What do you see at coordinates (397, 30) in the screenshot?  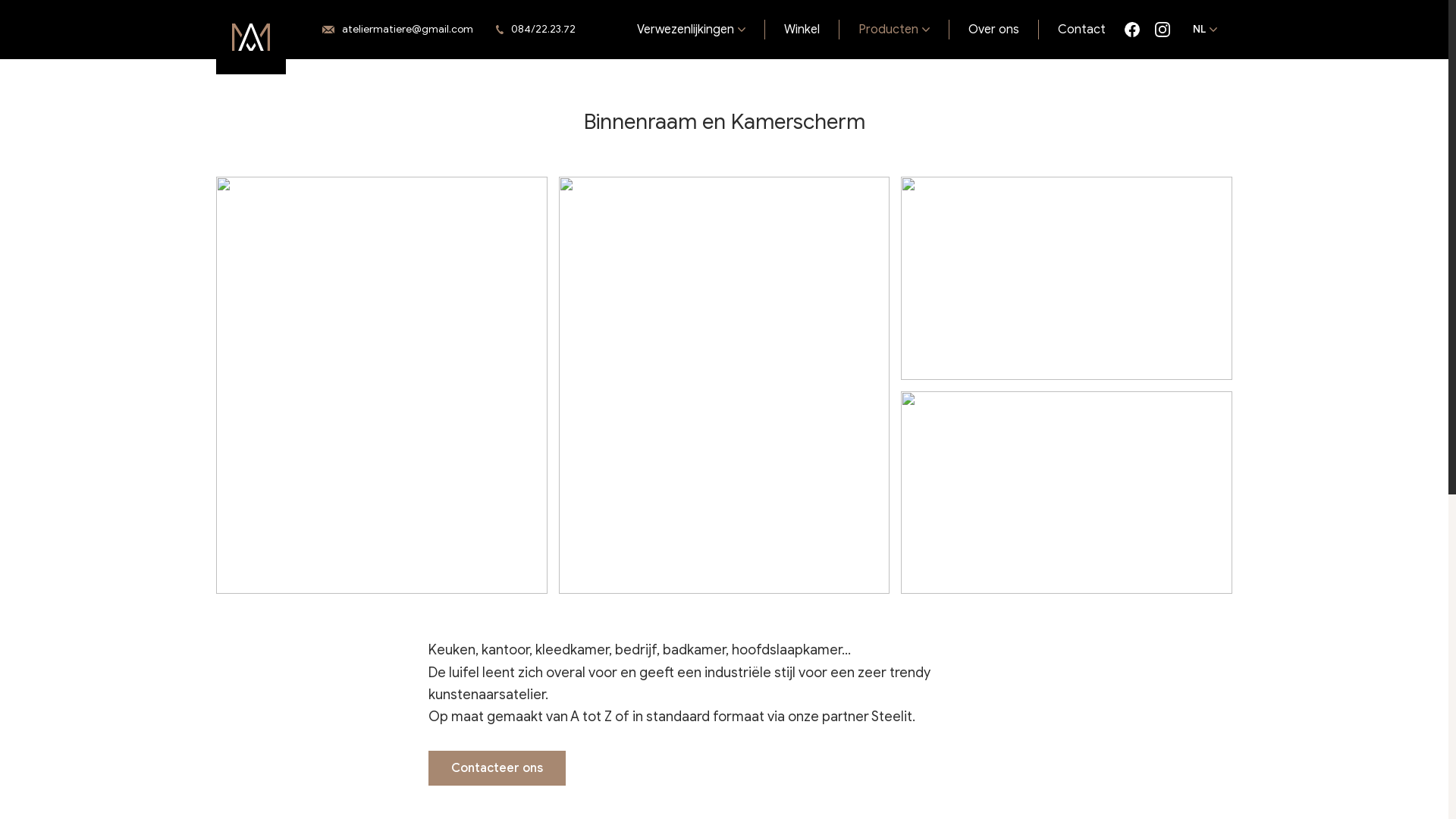 I see `'Contacteer ons` at bounding box center [397, 30].